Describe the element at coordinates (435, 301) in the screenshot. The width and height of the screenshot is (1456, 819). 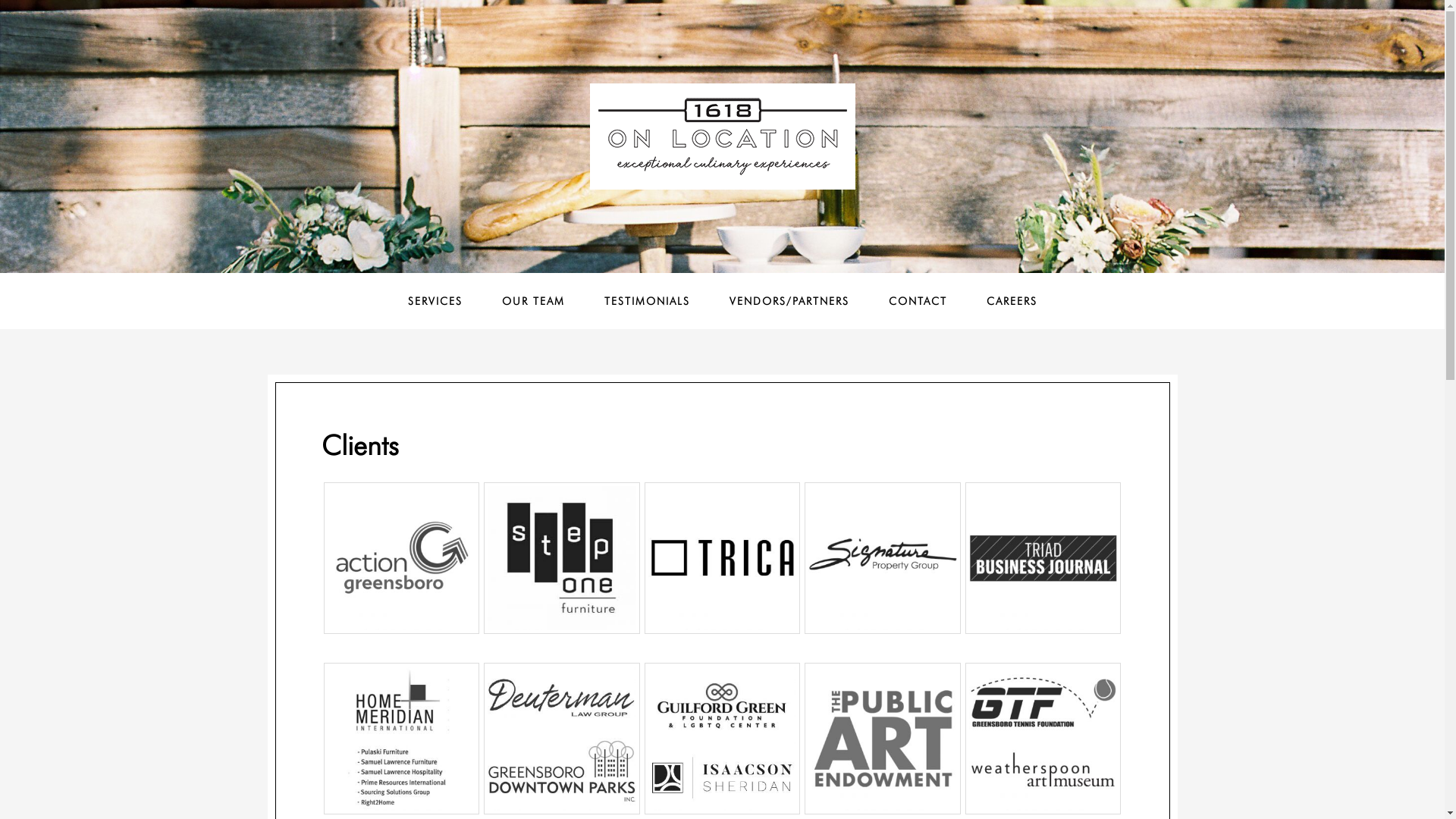
I see `'SERVICES'` at that location.